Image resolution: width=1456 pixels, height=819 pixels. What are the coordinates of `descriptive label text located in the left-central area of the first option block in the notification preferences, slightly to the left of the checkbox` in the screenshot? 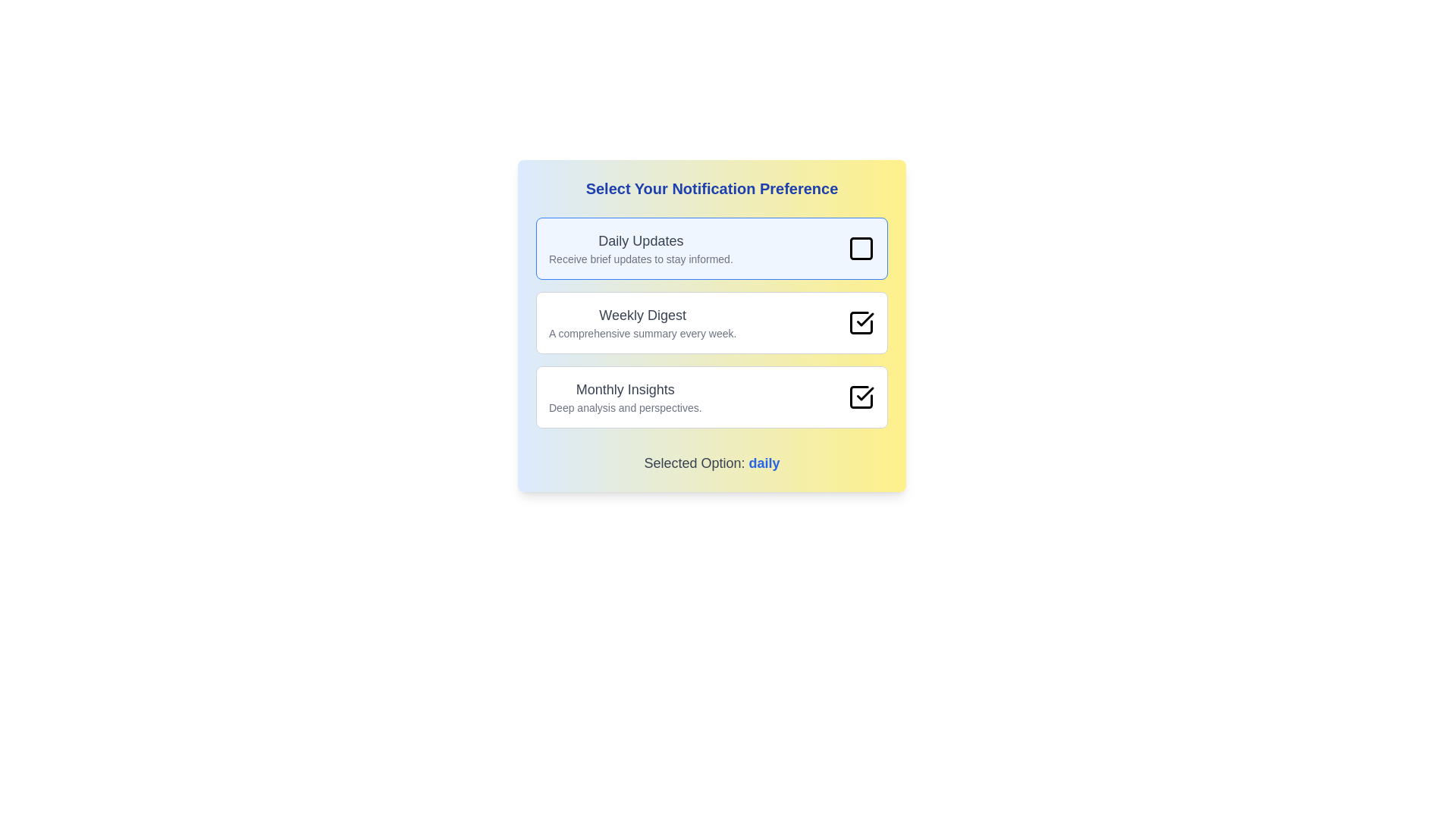 It's located at (641, 247).